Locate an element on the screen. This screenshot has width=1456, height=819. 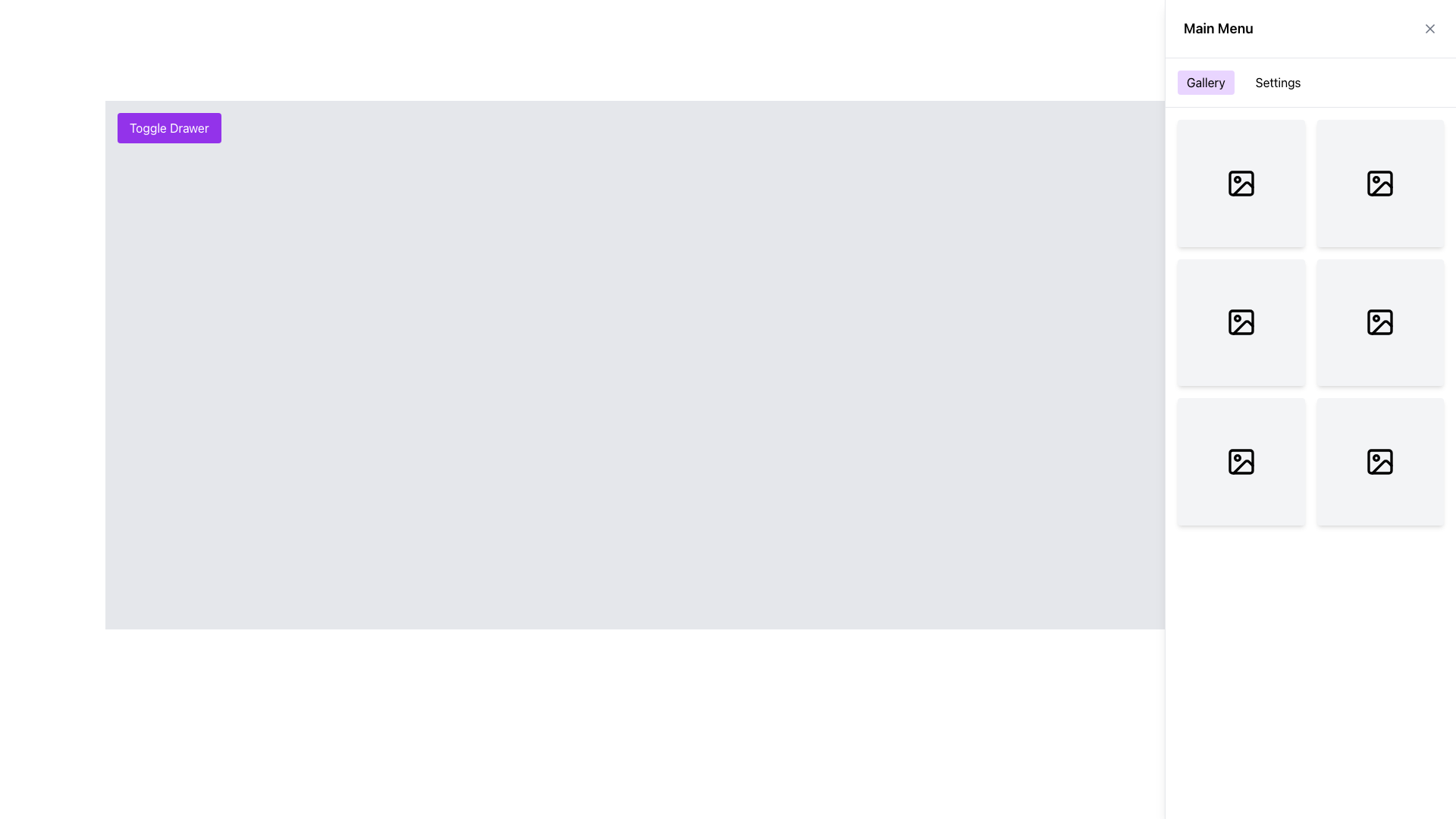
graphical details of the graphical shape within the fourth icon in the gallery grid, located in the second row and second column of the 'Gallery' tab in the right-hand panel is located at coordinates (1379, 321).